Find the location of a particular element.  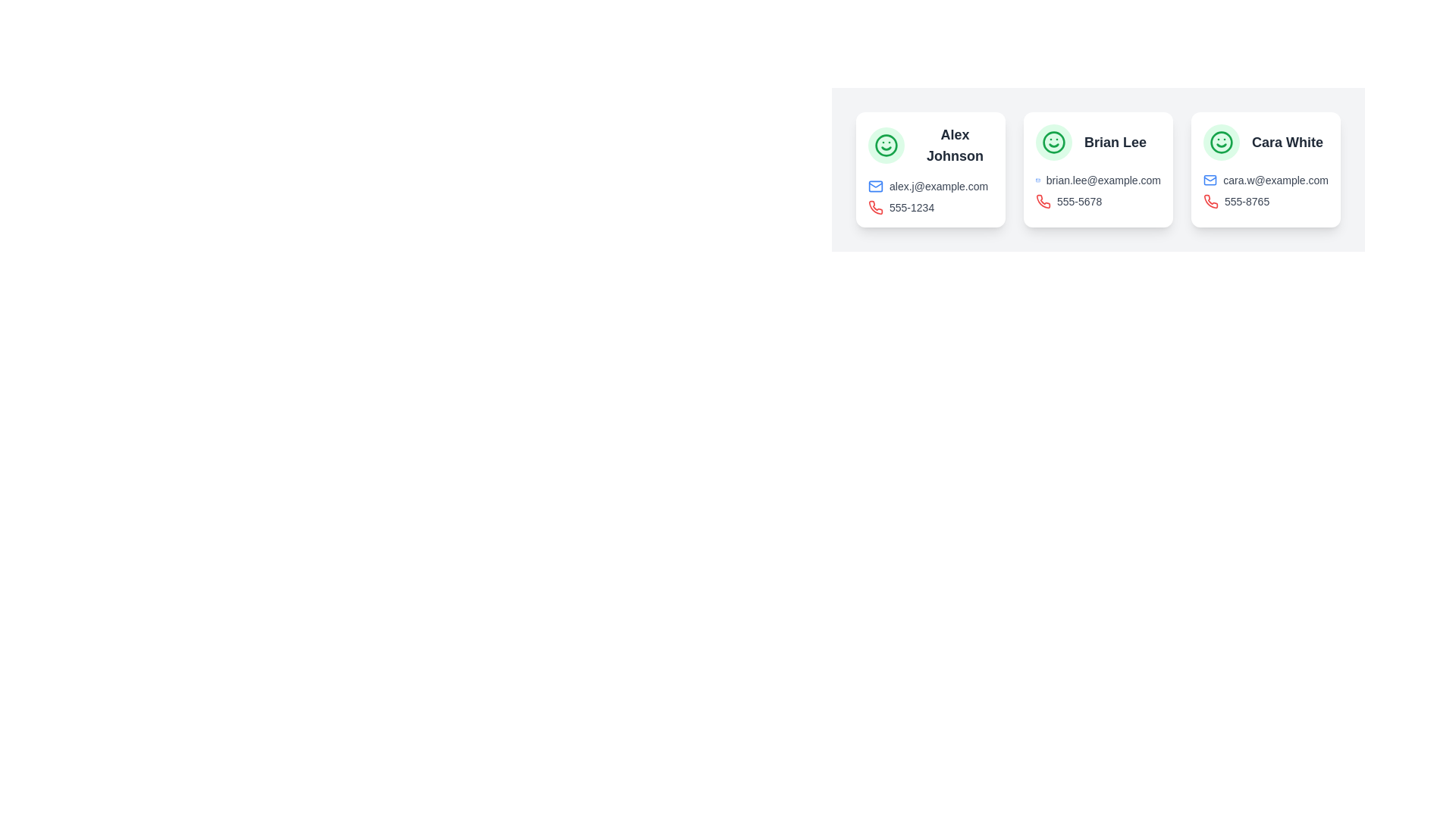

the email icon in the Information display associated with 'Alex Johnson' is located at coordinates (930, 196).